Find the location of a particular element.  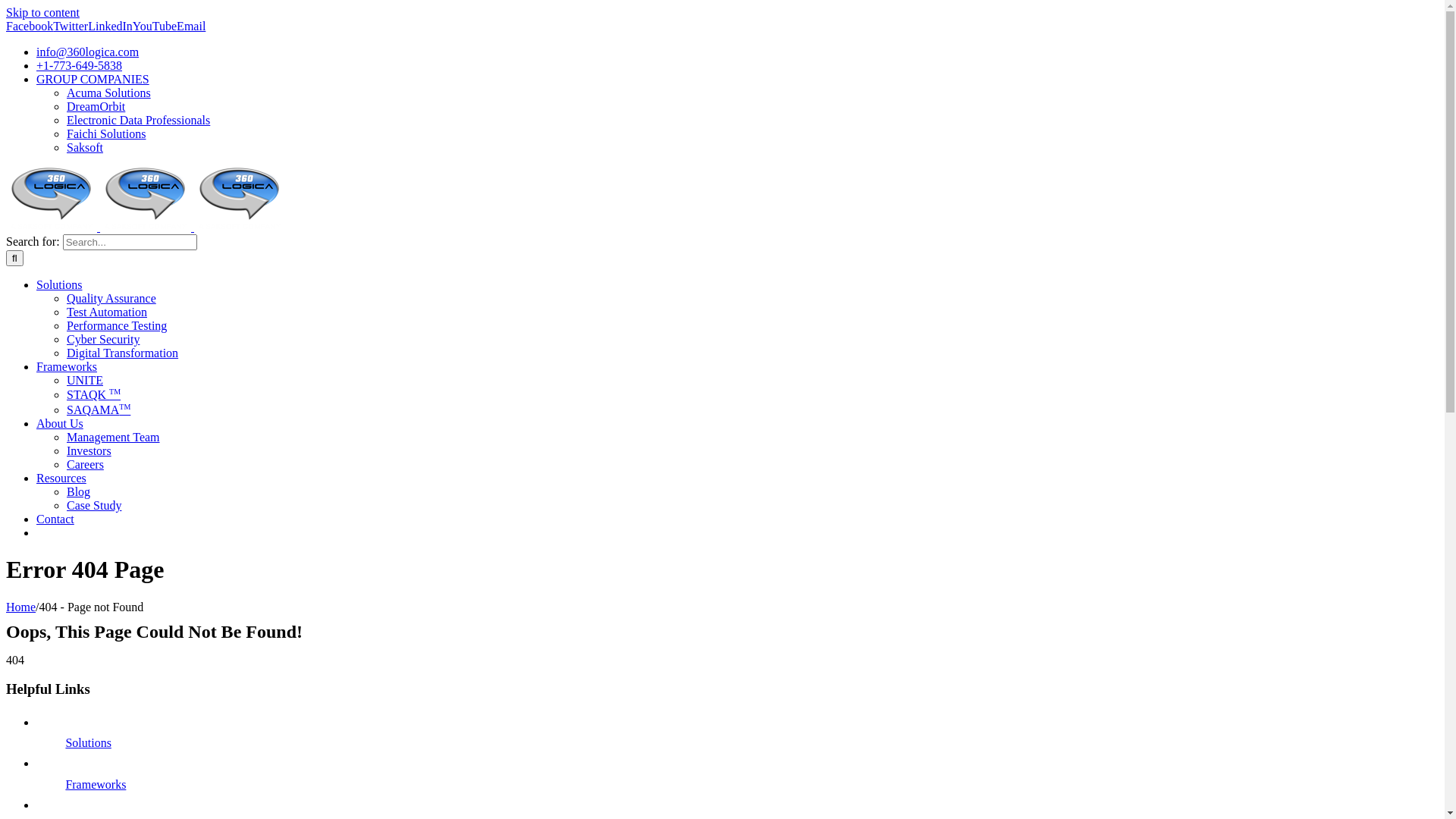

'Acuma Solutions' is located at coordinates (108, 93).